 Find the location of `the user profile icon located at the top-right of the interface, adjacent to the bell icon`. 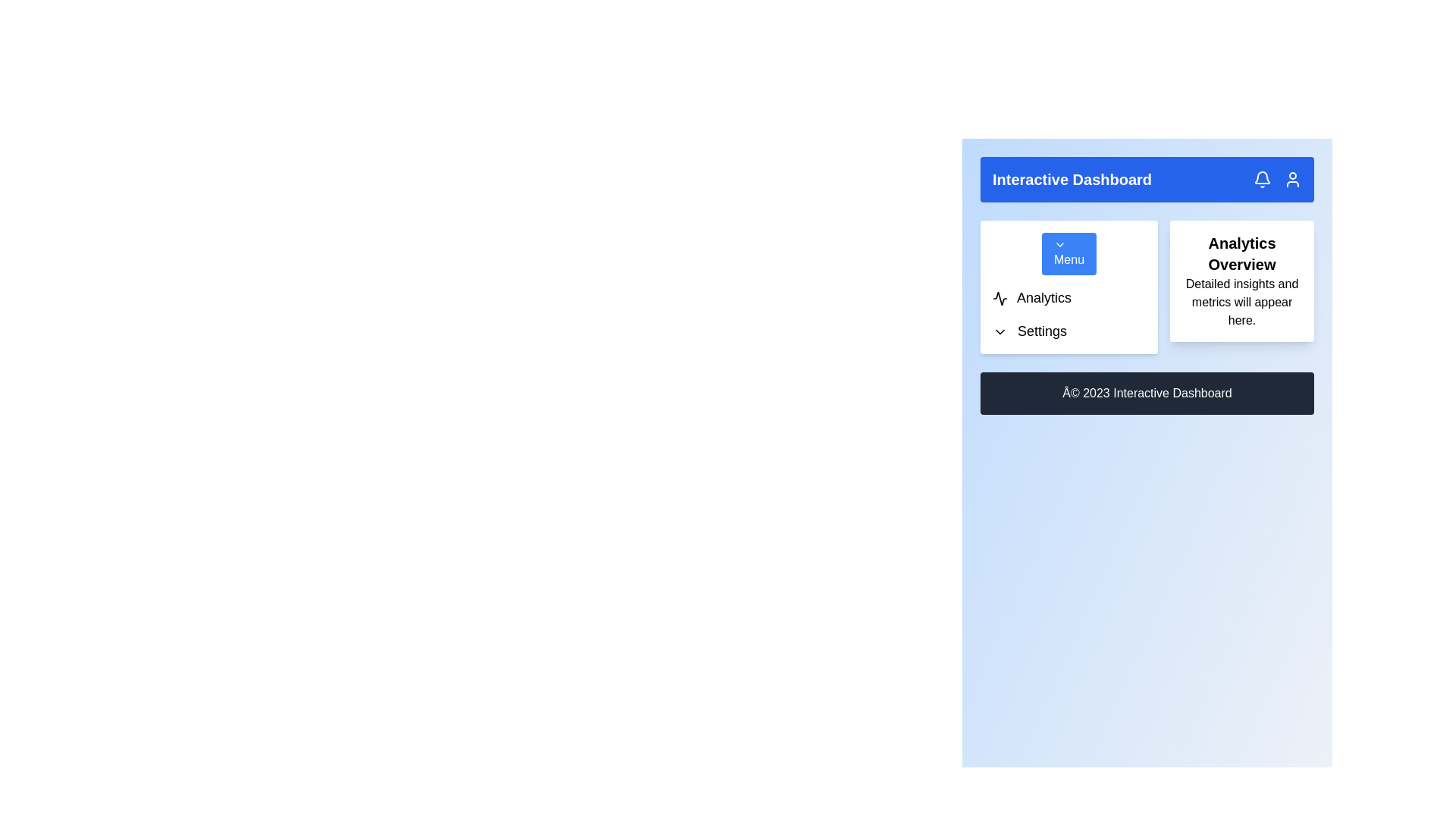

the user profile icon located at the top-right of the interface, adjacent to the bell icon is located at coordinates (1291, 178).